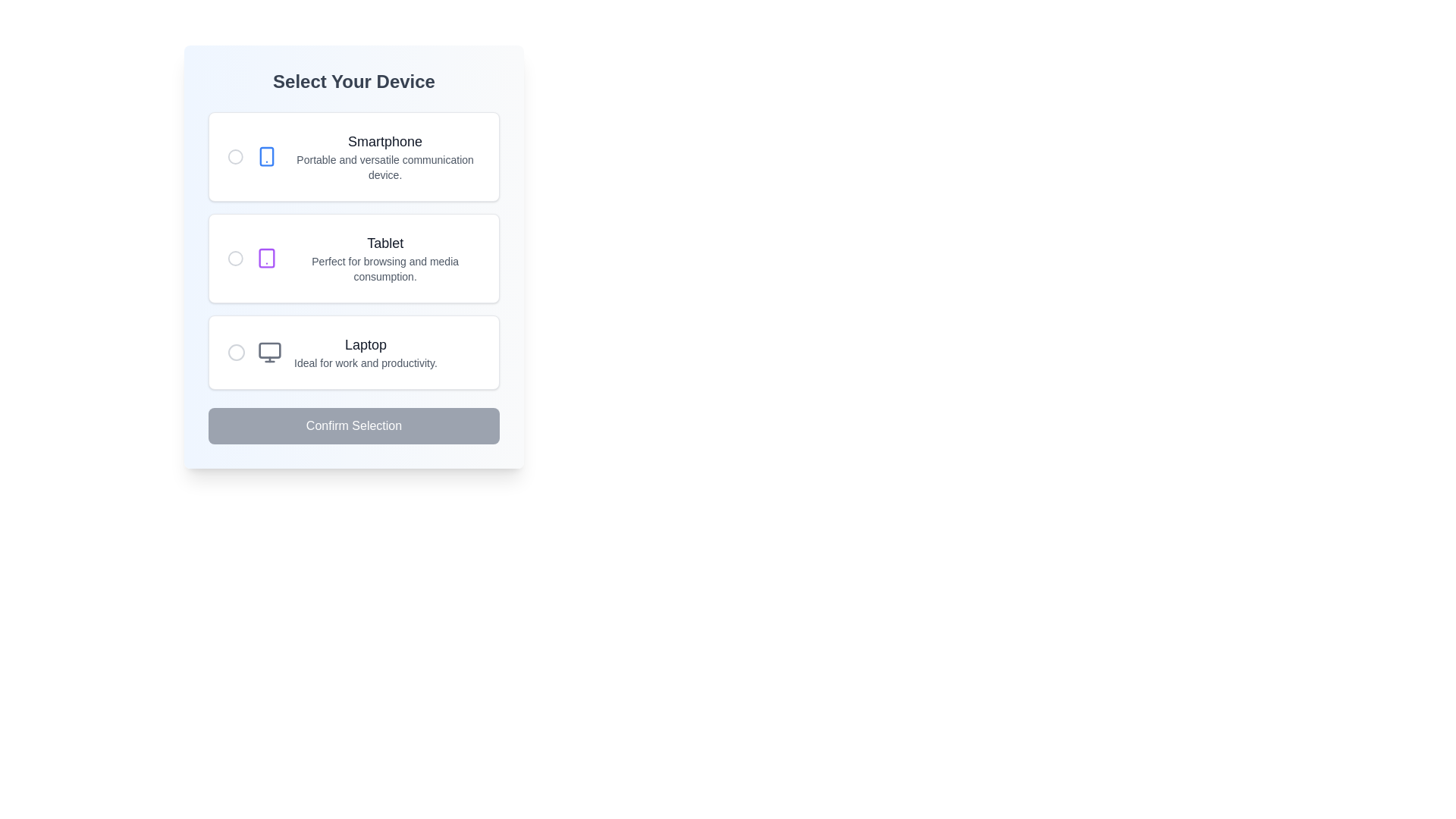  I want to click on to select the 'Tablet' option in the selectable device list, which features a purple tablet icon and descriptive text stating 'Perfect for browsing and media consumption.', so click(353, 257).